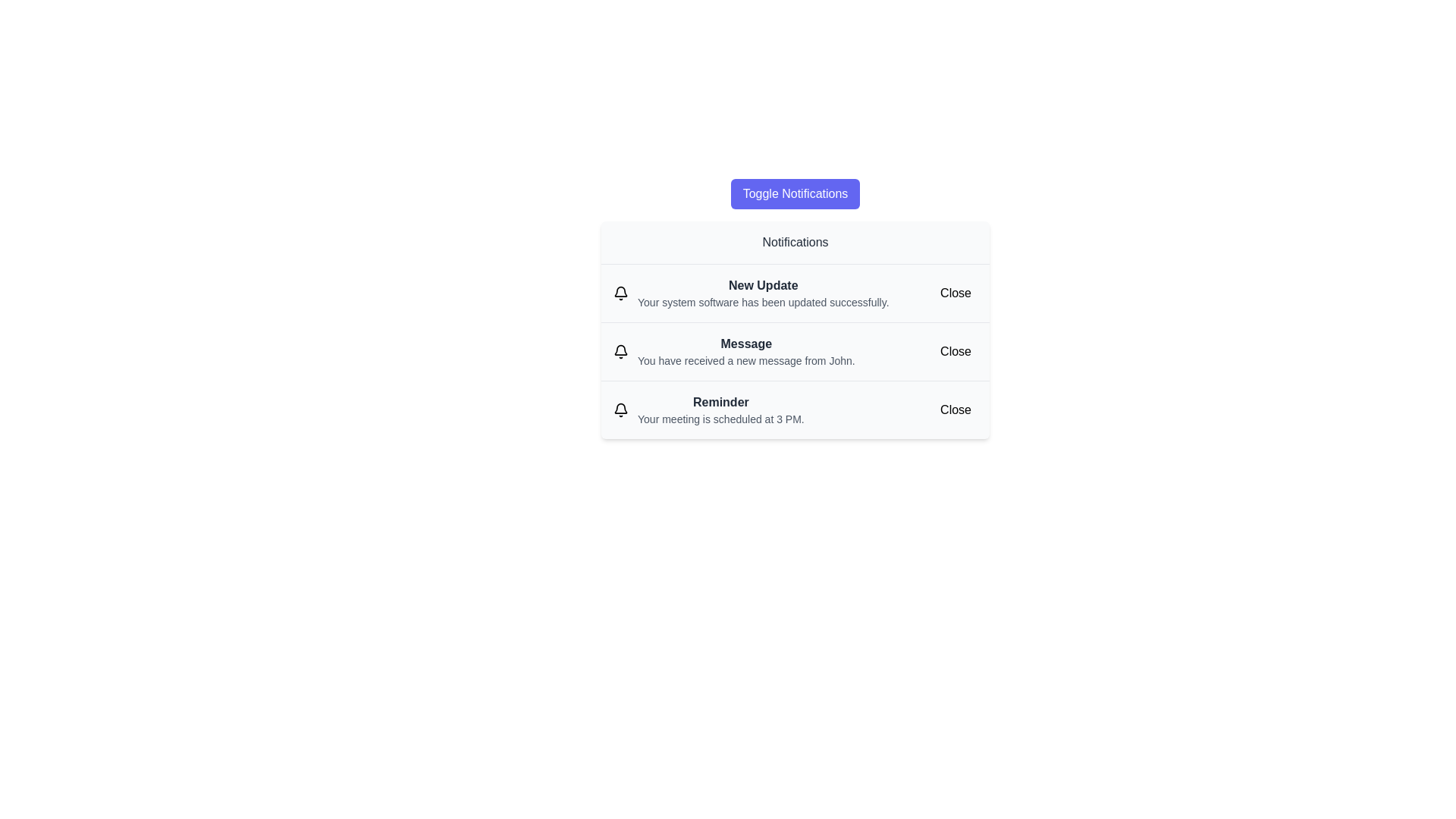  I want to click on the close button for the 'New Update' notification, so click(955, 293).